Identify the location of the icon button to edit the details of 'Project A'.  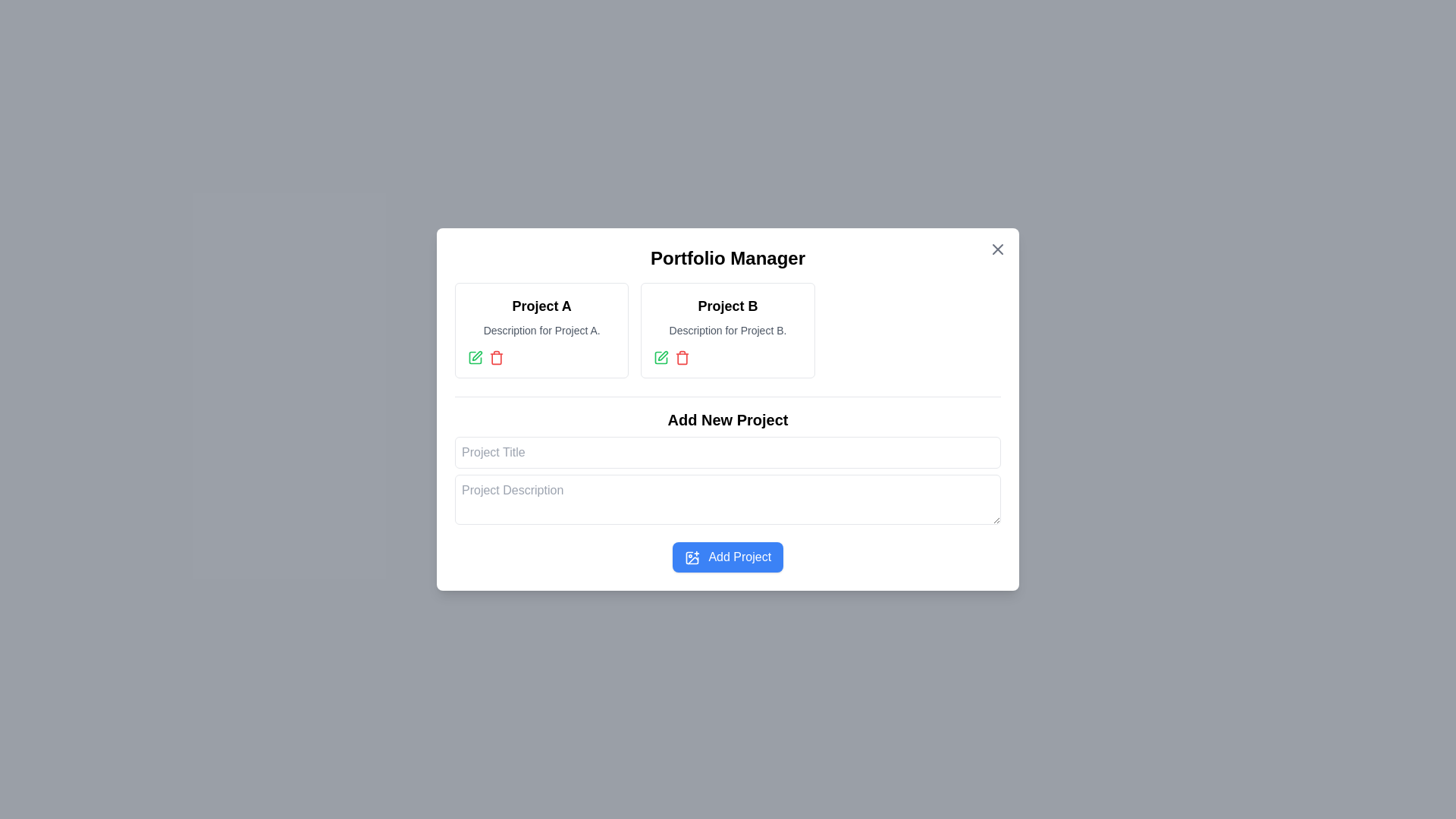
(661, 357).